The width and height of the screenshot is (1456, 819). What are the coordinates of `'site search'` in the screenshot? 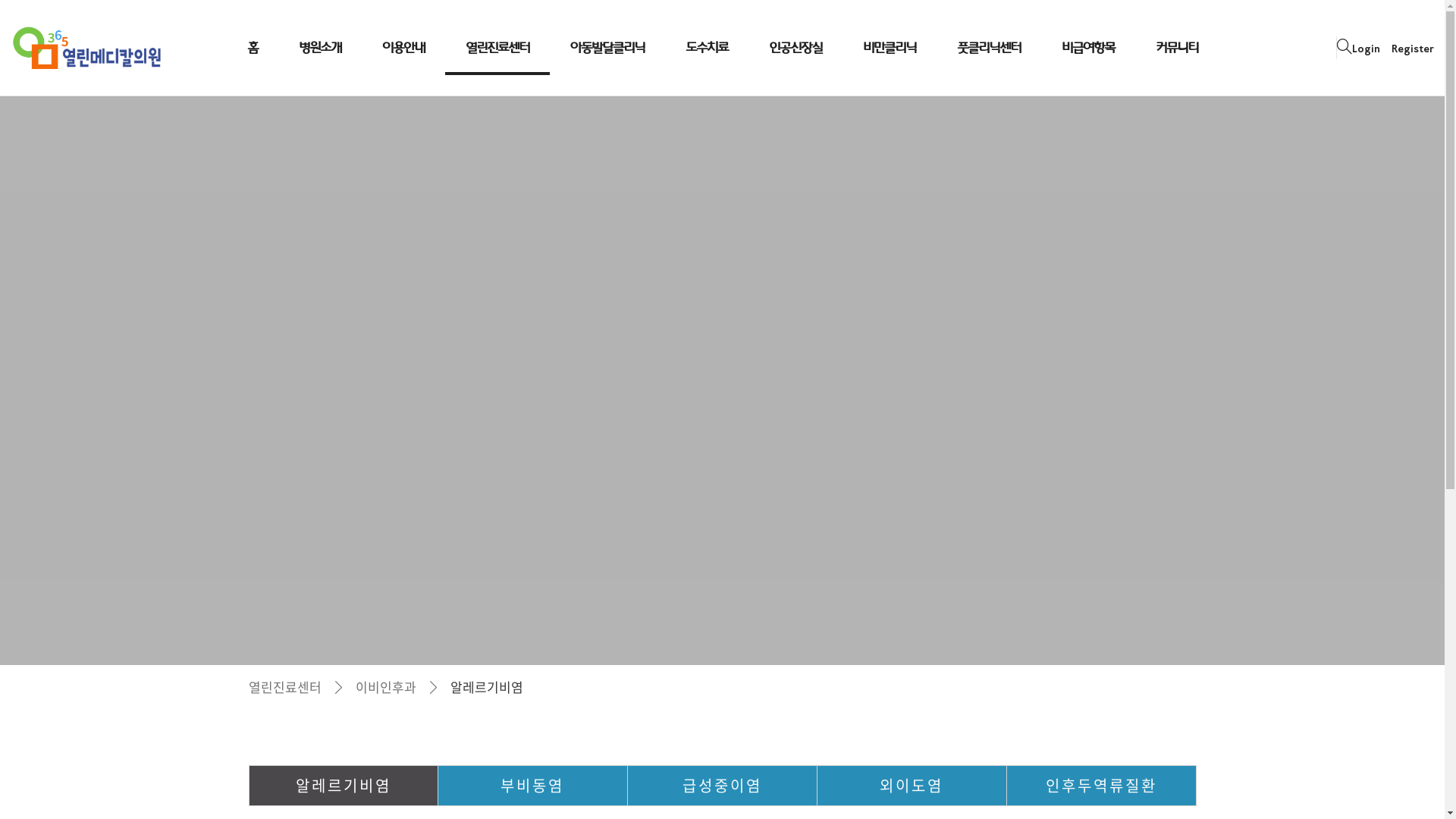 It's located at (1344, 45).